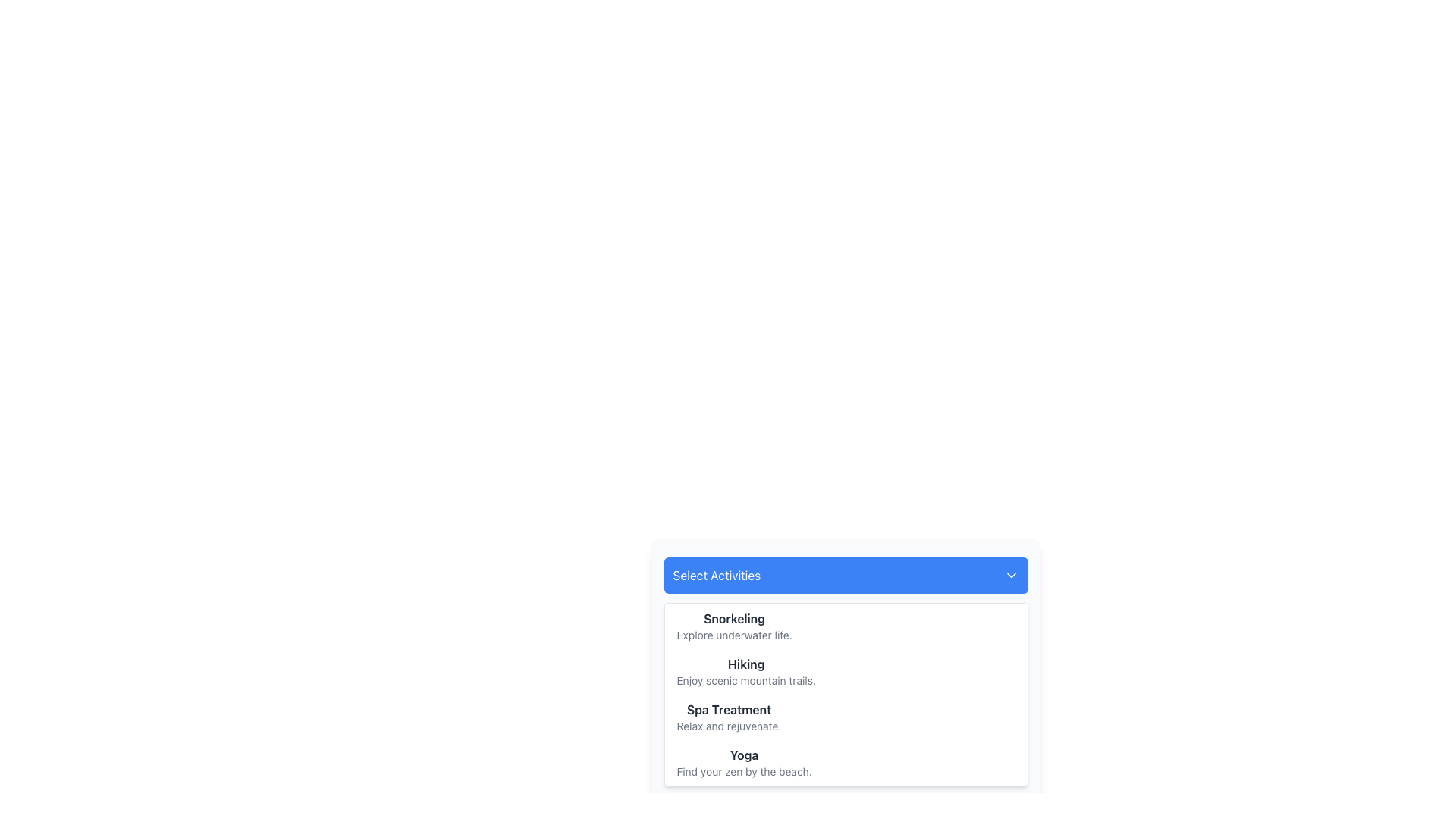 This screenshot has height=819, width=1456. What do you see at coordinates (746, 680) in the screenshot?
I see `the text label that reads 'Enjoy scenic mountain trails.', which is styled in a smaller gray font and positioned directly below the heading 'Hiking'` at bounding box center [746, 680].